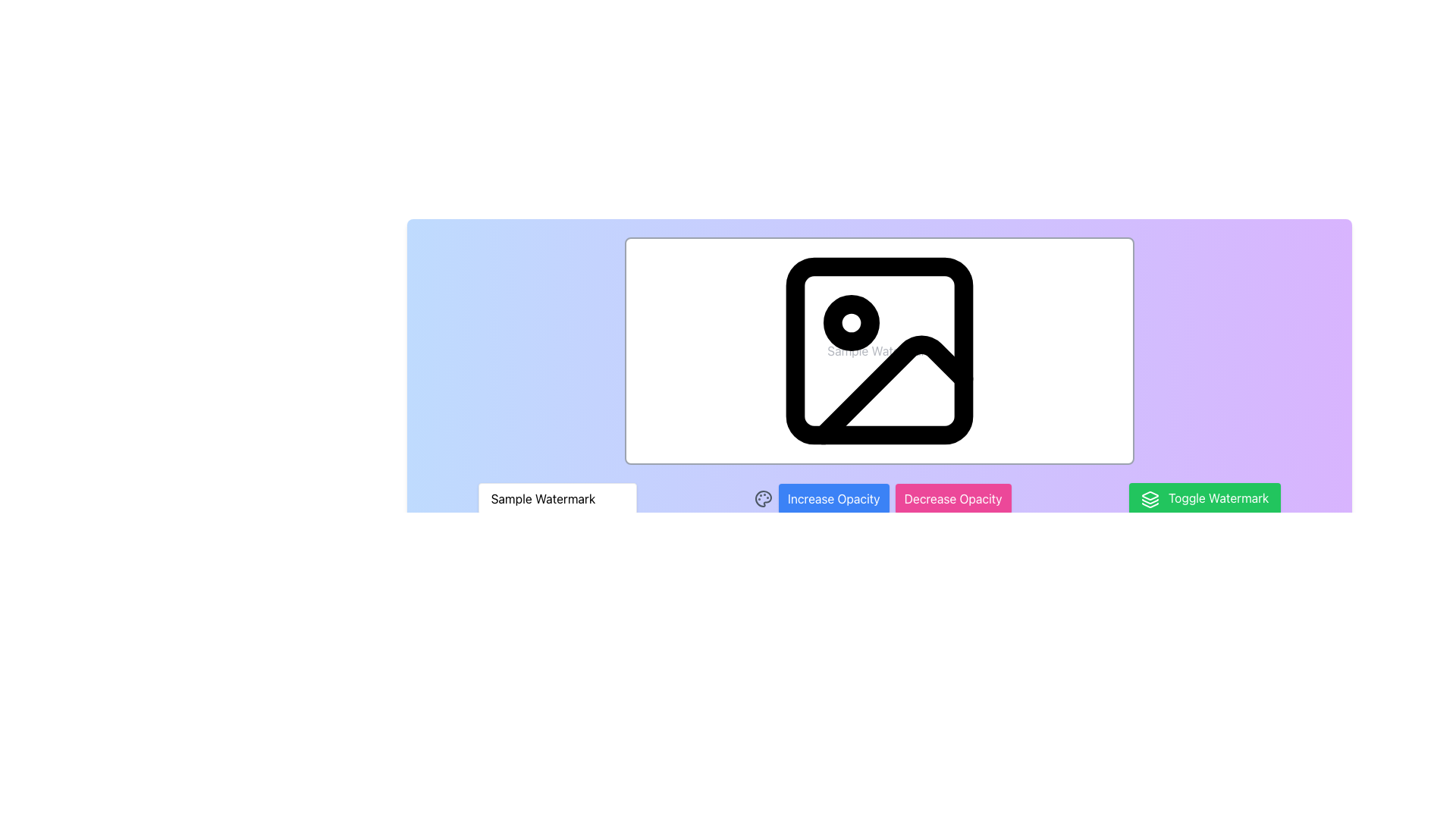  What do you see at coordinates (852, 322) in the screenshot?
I see `the Decorative Dot, a small black circular icon with a white inner circle, located near the top-left corner of an image placeholder frame` at bounding box center [852, 322].